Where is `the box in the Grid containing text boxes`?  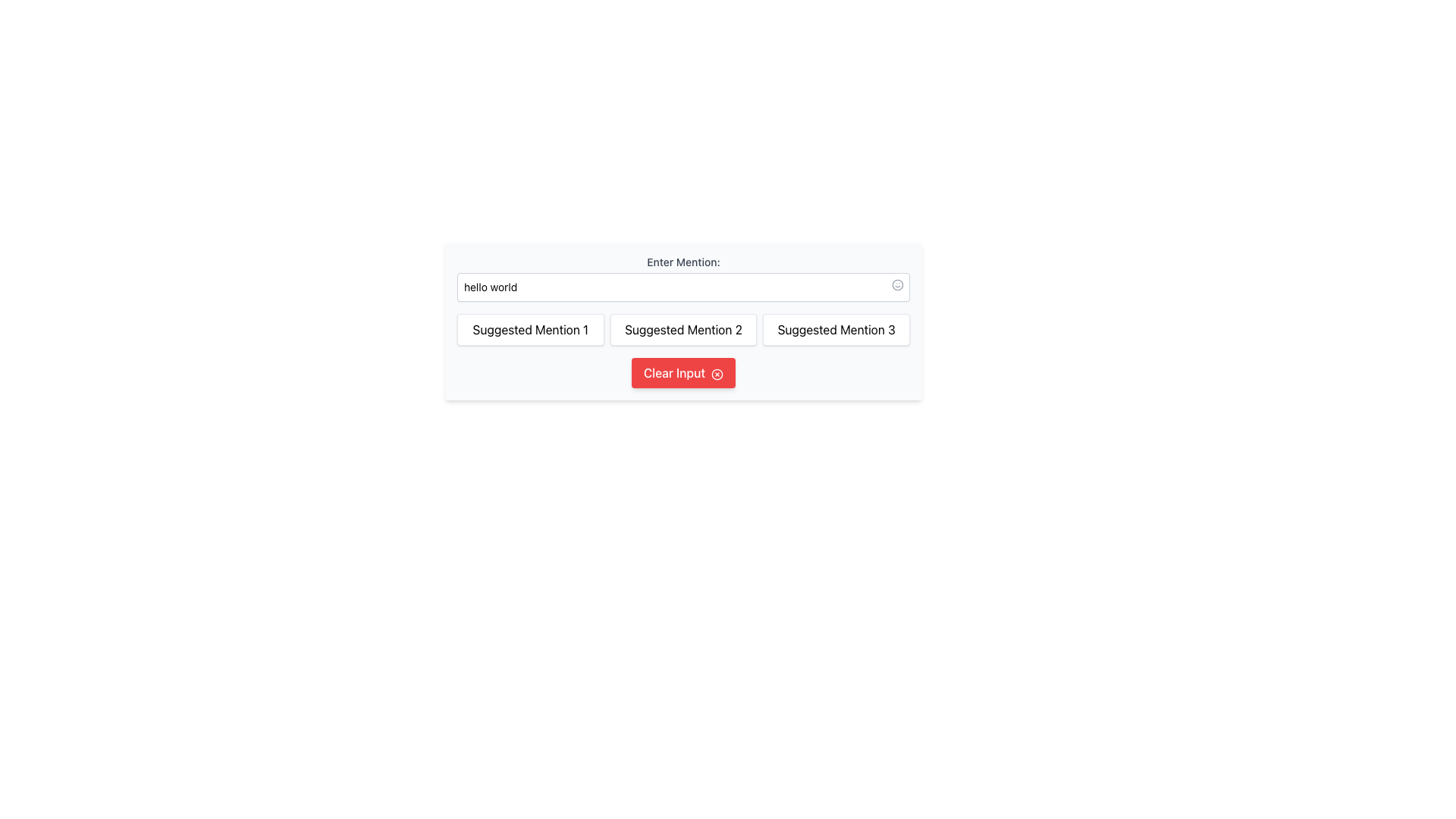 the box in the Grid containing text boxes is located at coordinates (682, 329).